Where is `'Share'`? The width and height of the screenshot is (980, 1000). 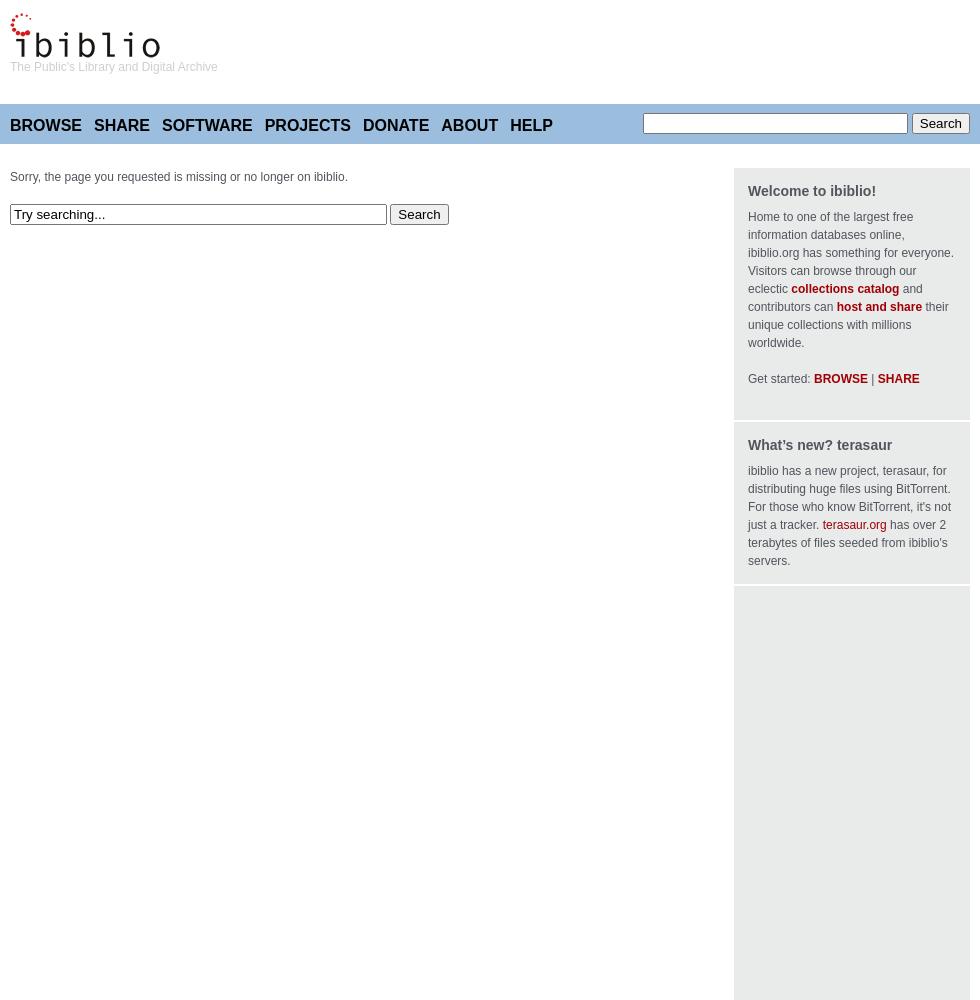 'Share' is located at coordinates (93, 125).